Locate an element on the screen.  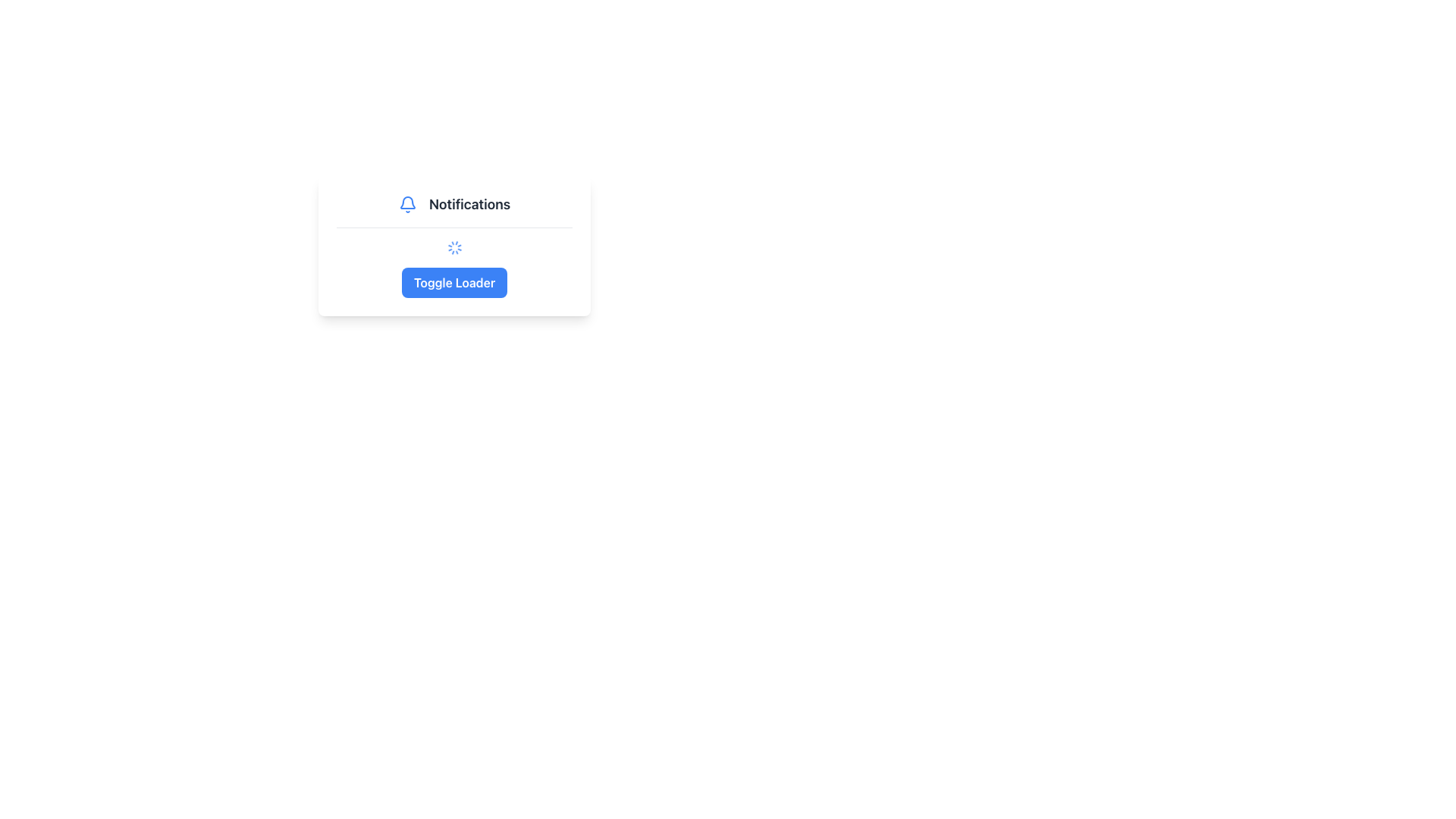
the 'Notifications' text label, which is styled in a bold, larger font and located immediately to the right of a bell icon, positioned centrally in the upper portion of a card is located at coordinates (469, 205).